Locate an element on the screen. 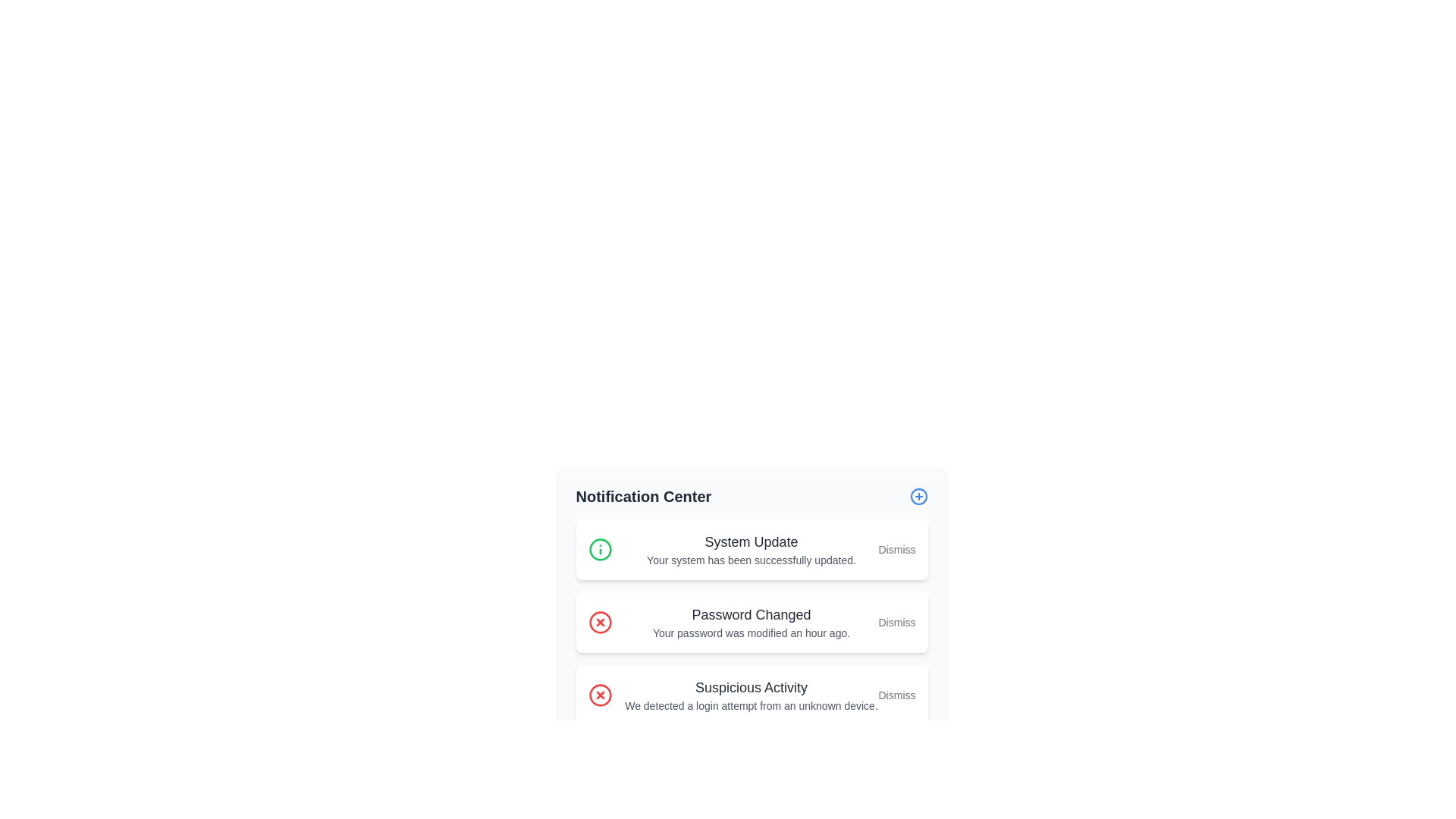 This screenshot has width=1456, height=819. text of the bold header displaying 'Notification Center' located at the top of the notification panel is located at coordinates (644, 497).